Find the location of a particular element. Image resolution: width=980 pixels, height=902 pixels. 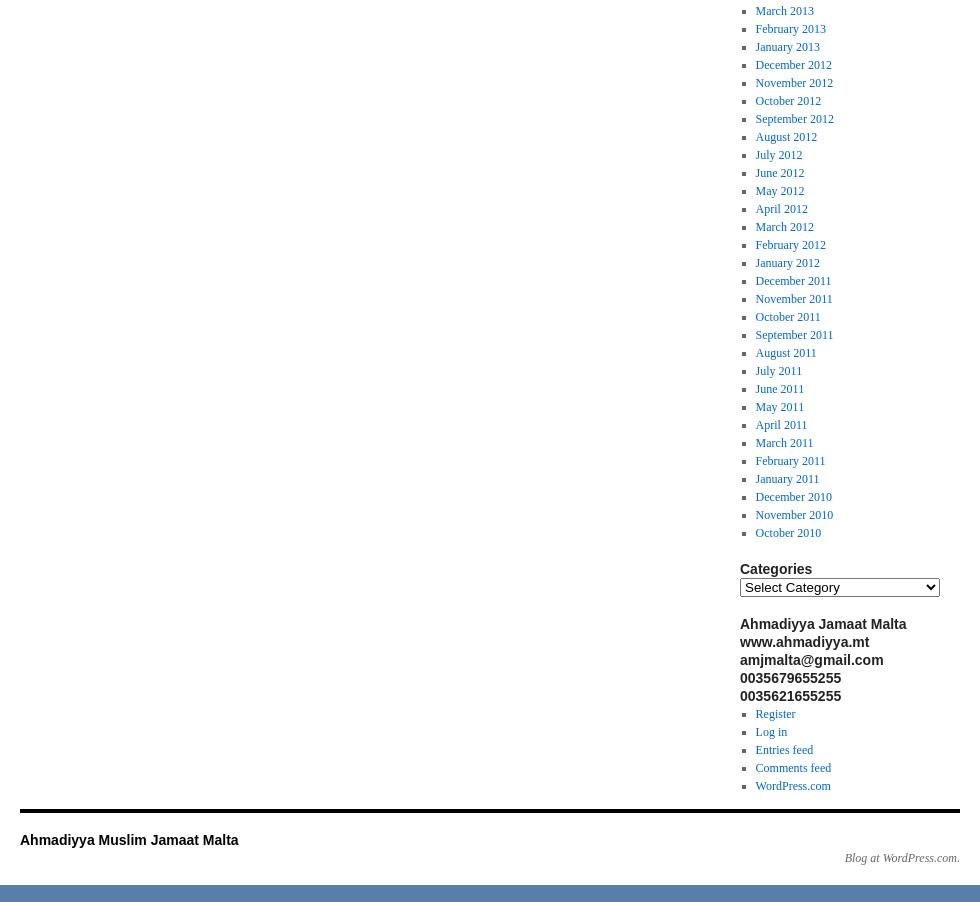

'June 2011' is located at coordinates (779, 388).